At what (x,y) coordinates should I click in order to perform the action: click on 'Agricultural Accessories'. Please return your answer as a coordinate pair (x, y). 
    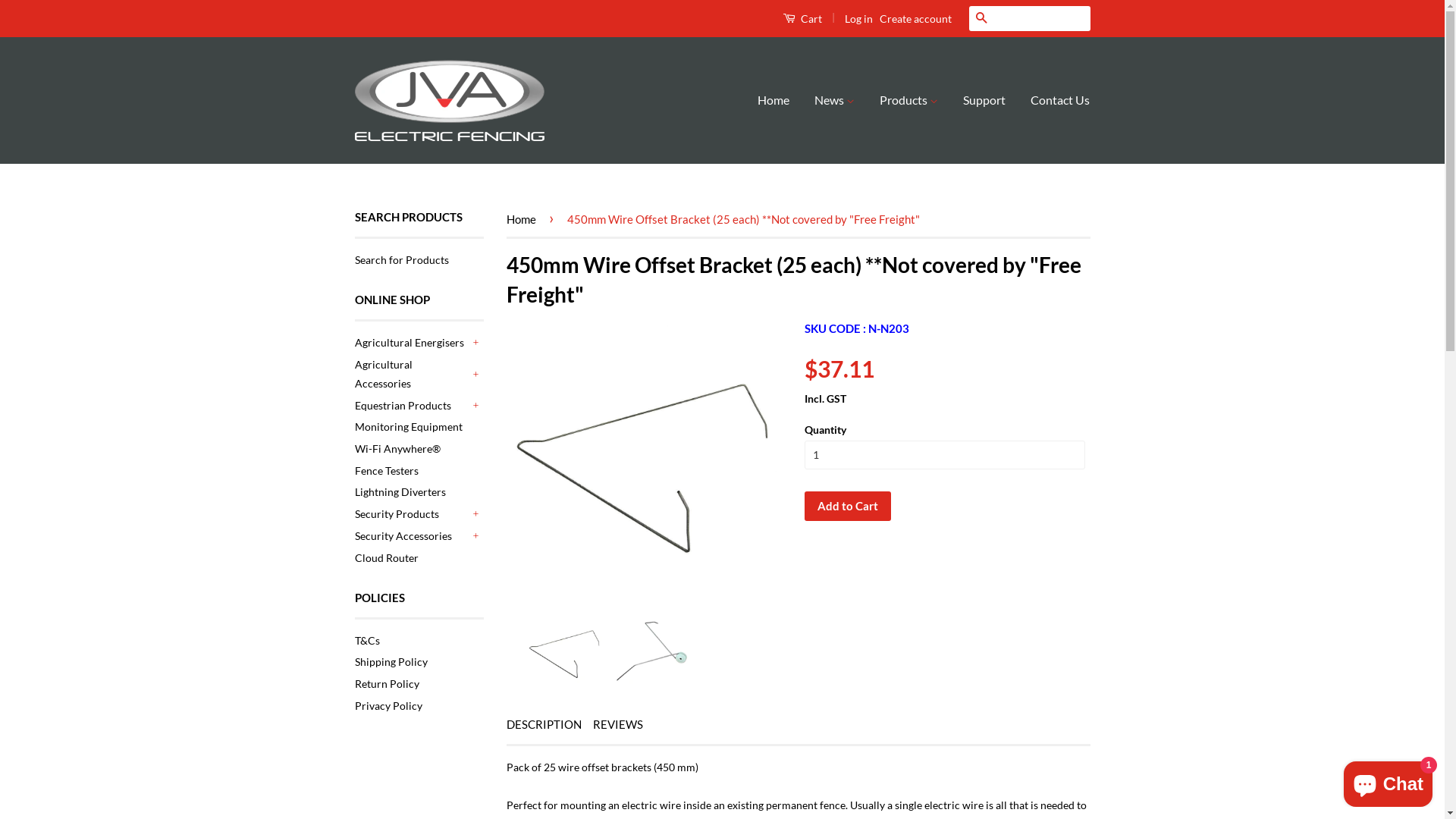
    Looking at the image, I should click on (411, 374).